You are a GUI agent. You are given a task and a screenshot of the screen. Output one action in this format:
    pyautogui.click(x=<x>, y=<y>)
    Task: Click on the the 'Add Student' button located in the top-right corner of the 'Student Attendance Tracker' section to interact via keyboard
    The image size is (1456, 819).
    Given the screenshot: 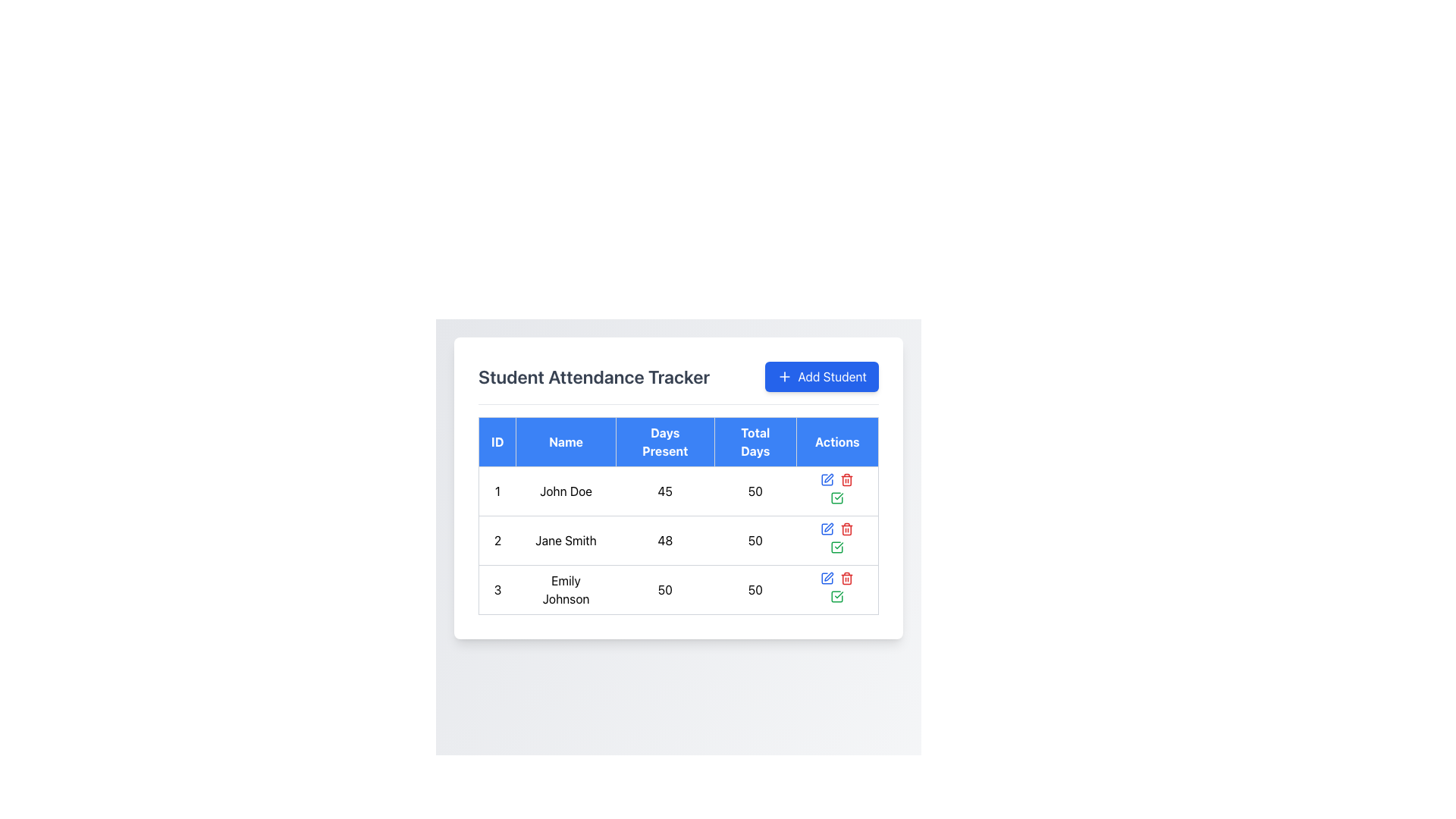 What is the action you would take?
    pyautogui.click(x=821, y=376)
    